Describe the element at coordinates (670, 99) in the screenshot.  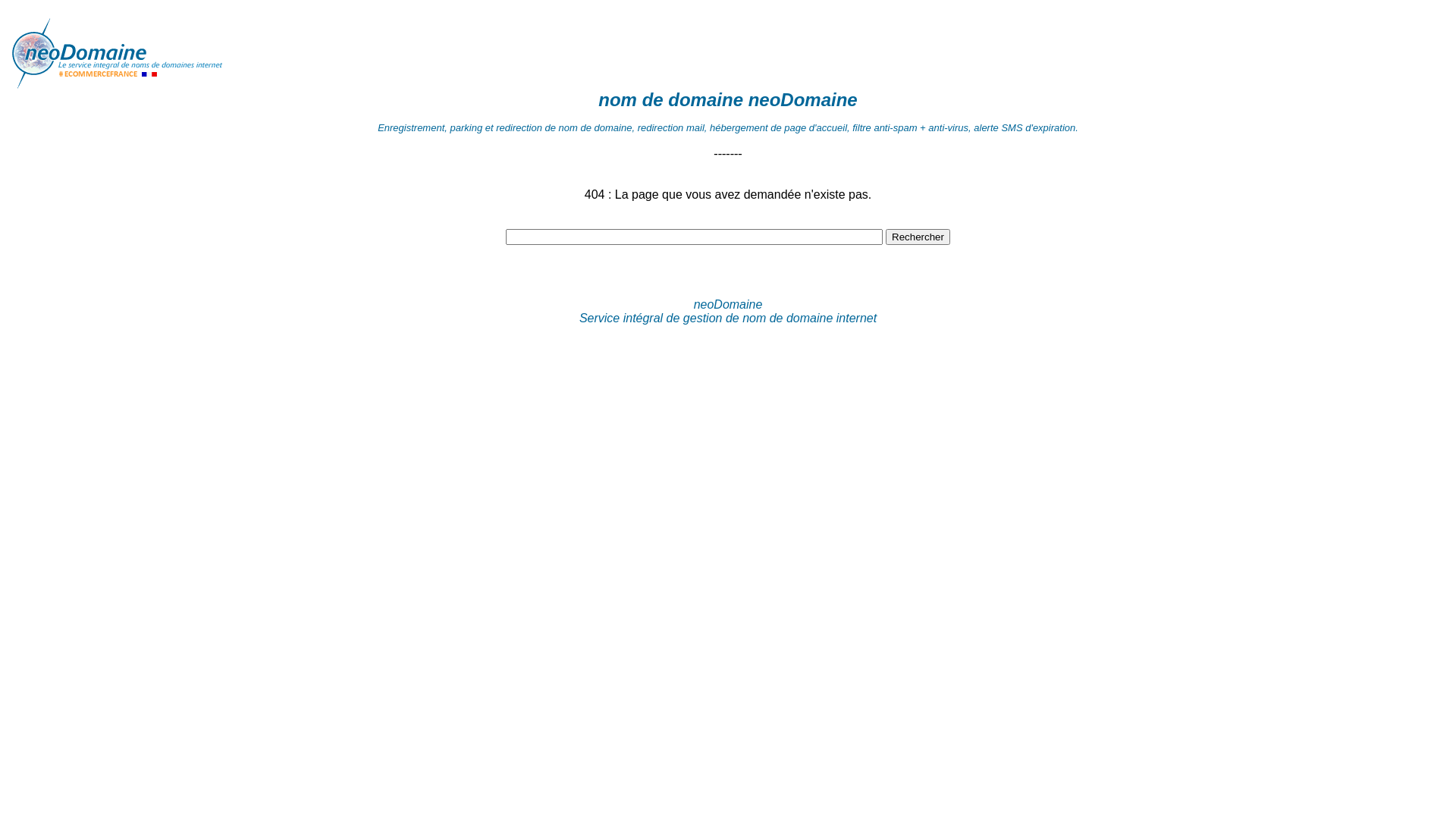
I see `'nom de domaine'` at that location.